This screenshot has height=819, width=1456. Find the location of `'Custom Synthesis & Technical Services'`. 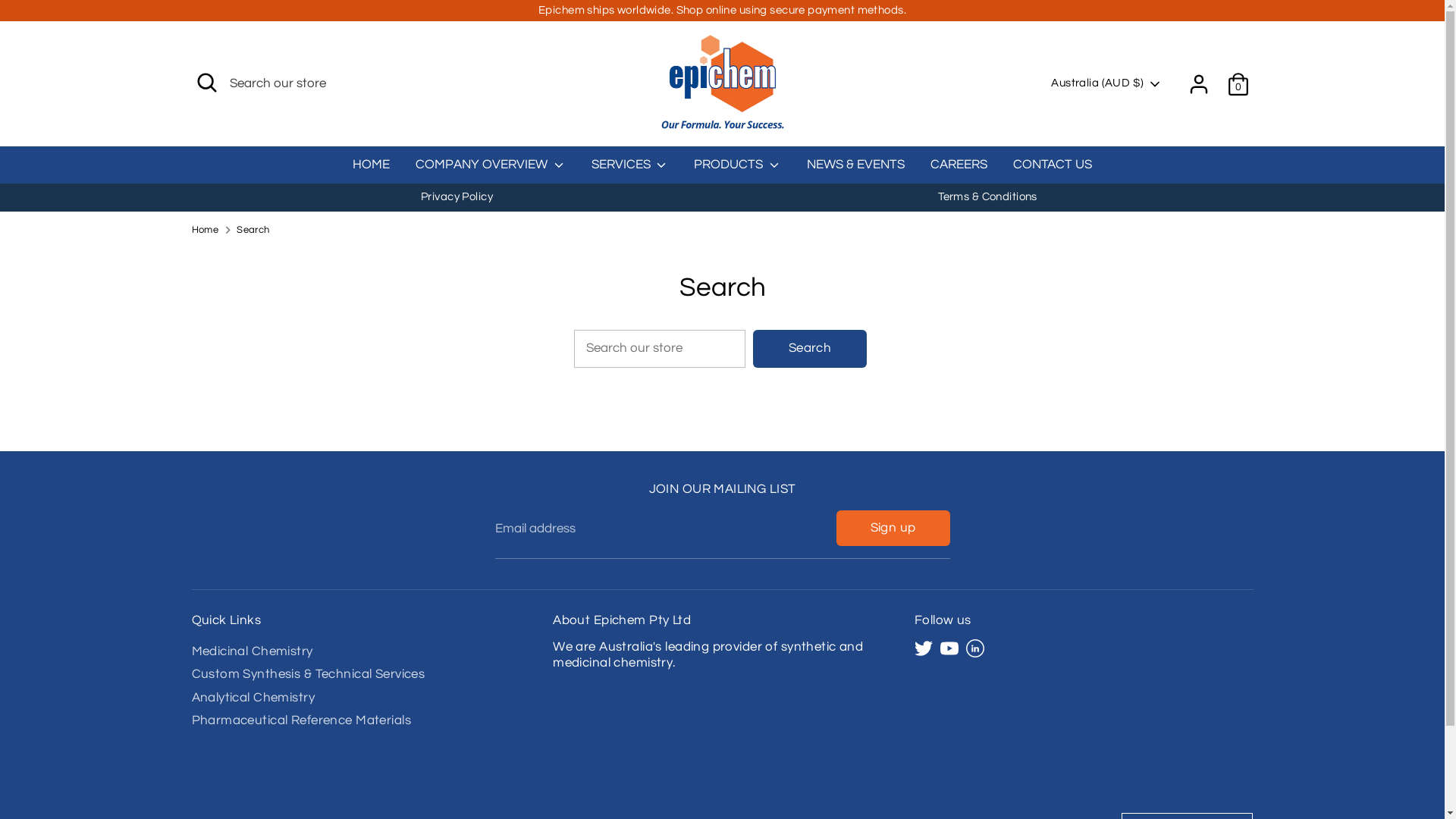

'Custom Synthesis & Technical Services' is located at coordinates (307, 673).